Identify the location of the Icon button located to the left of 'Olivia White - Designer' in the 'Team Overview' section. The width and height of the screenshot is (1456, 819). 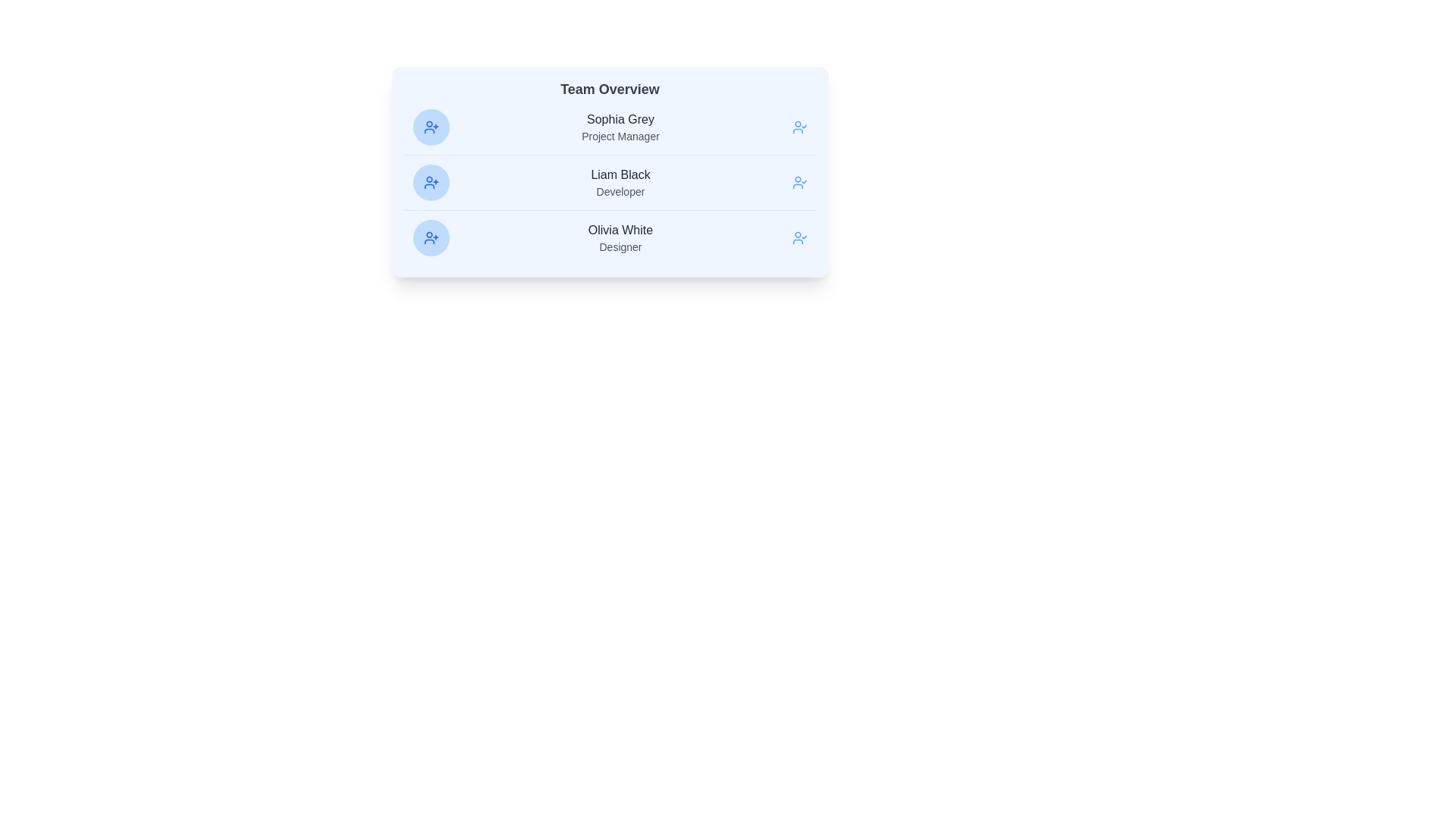
(430, 237).